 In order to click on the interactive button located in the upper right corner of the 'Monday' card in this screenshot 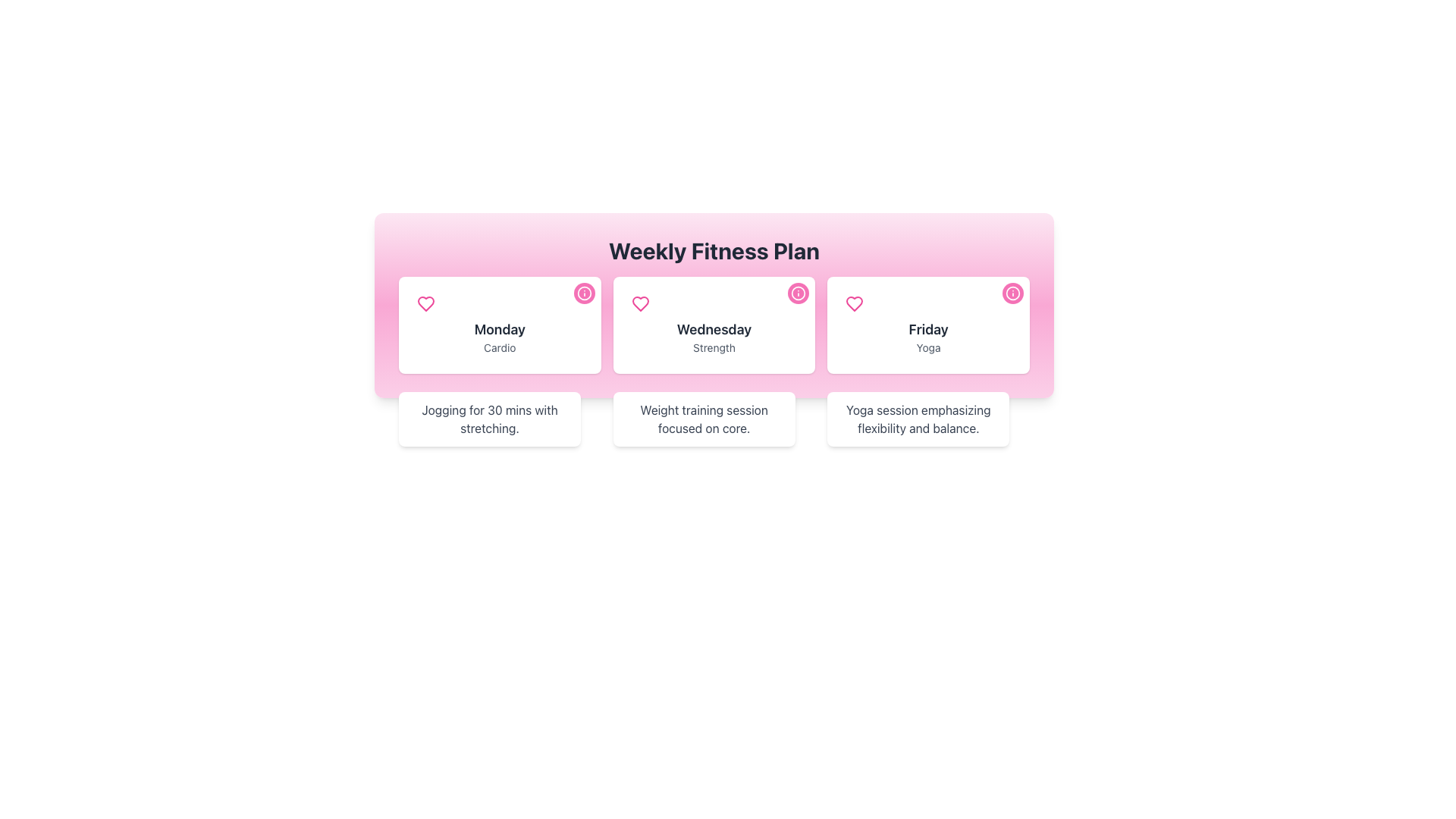, I will do `click(583, 293)`.